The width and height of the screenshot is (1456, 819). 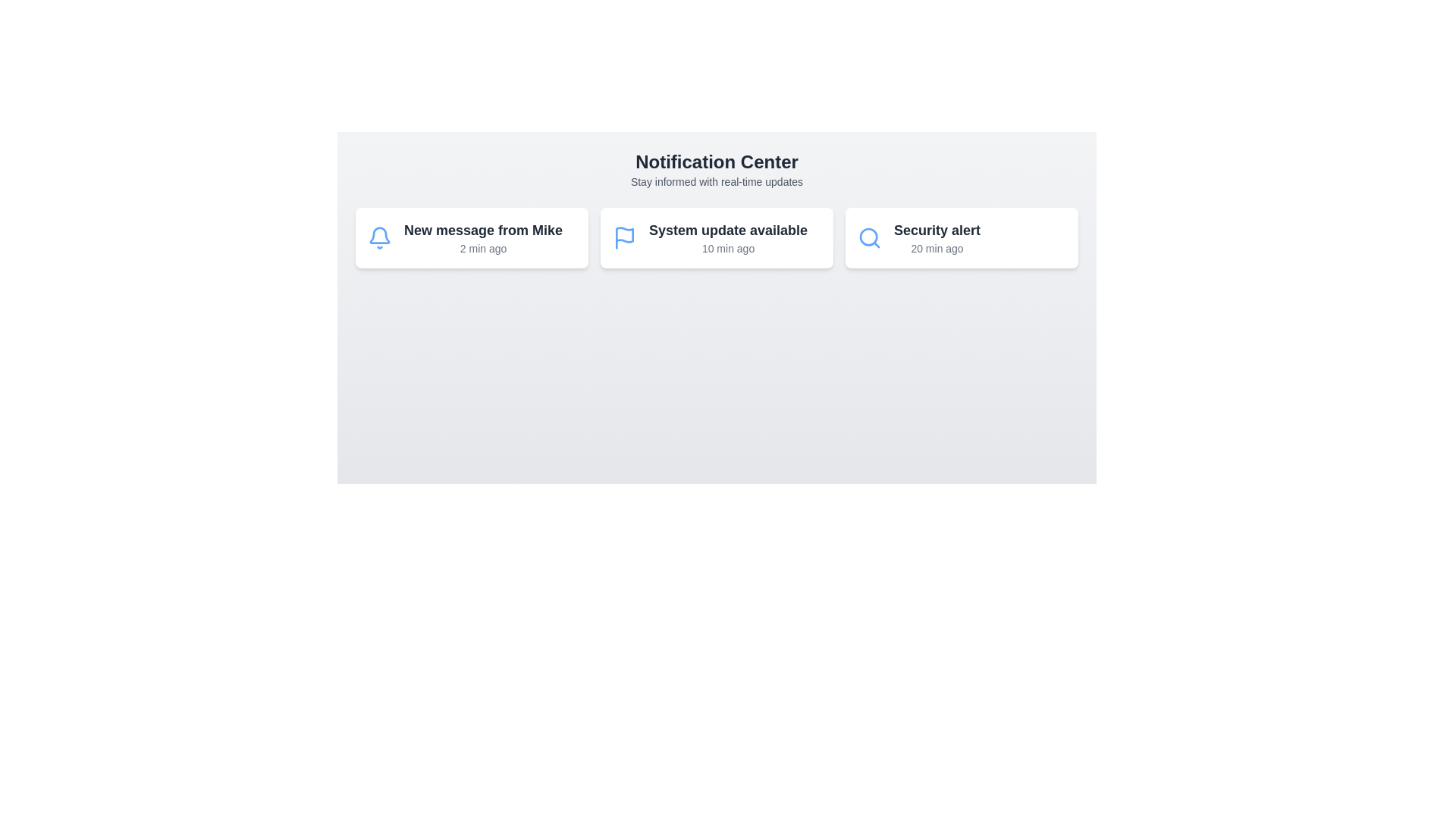 What do you see at coordinates (937, 237) in the screenshot?
I see `the textual notification item titled 'Security alert' which is the last card in the Notification Center` at bounding box center [937, 237].